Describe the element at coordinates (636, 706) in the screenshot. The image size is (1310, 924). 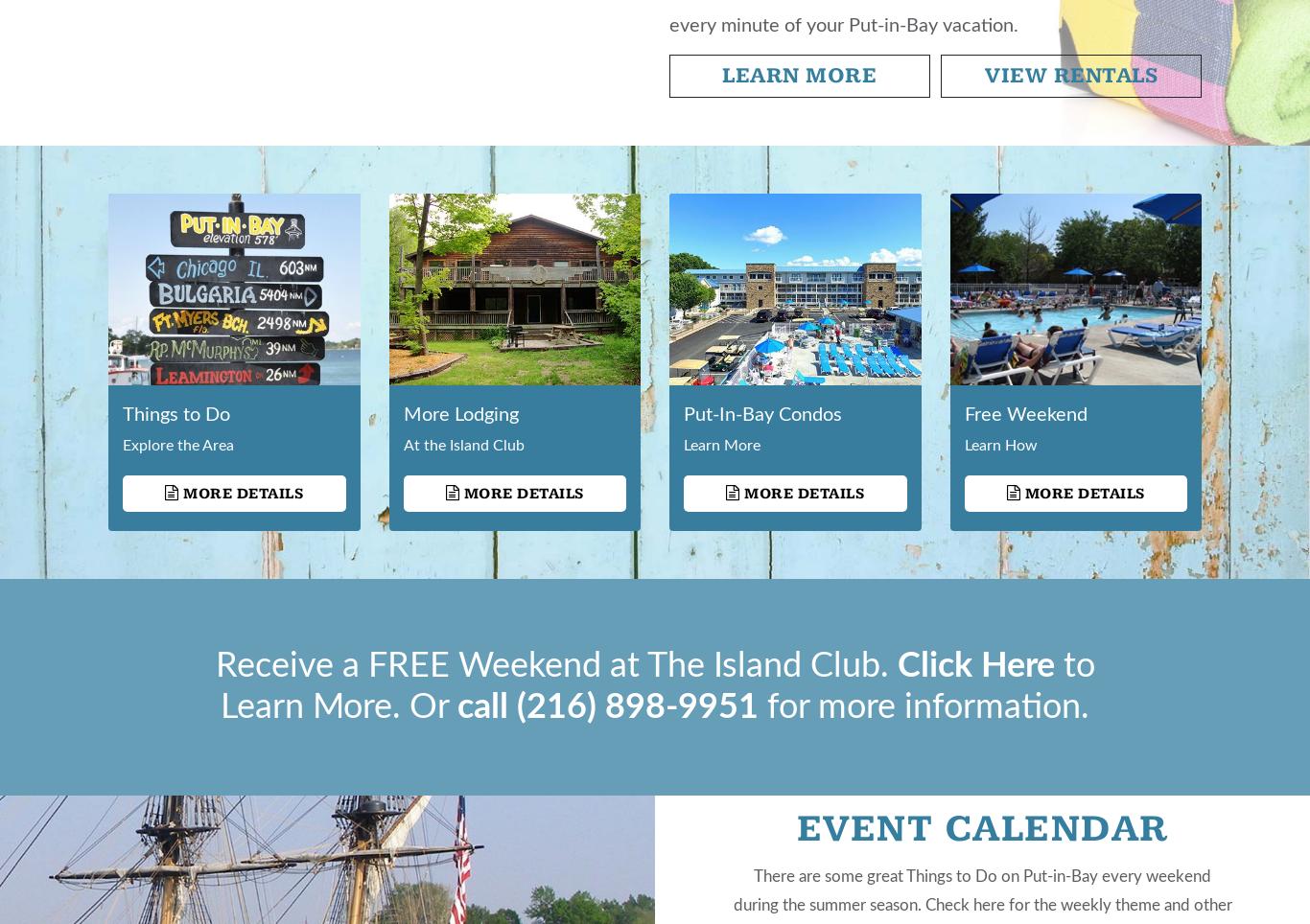
I see `'(216) 898-9951'` at that location.